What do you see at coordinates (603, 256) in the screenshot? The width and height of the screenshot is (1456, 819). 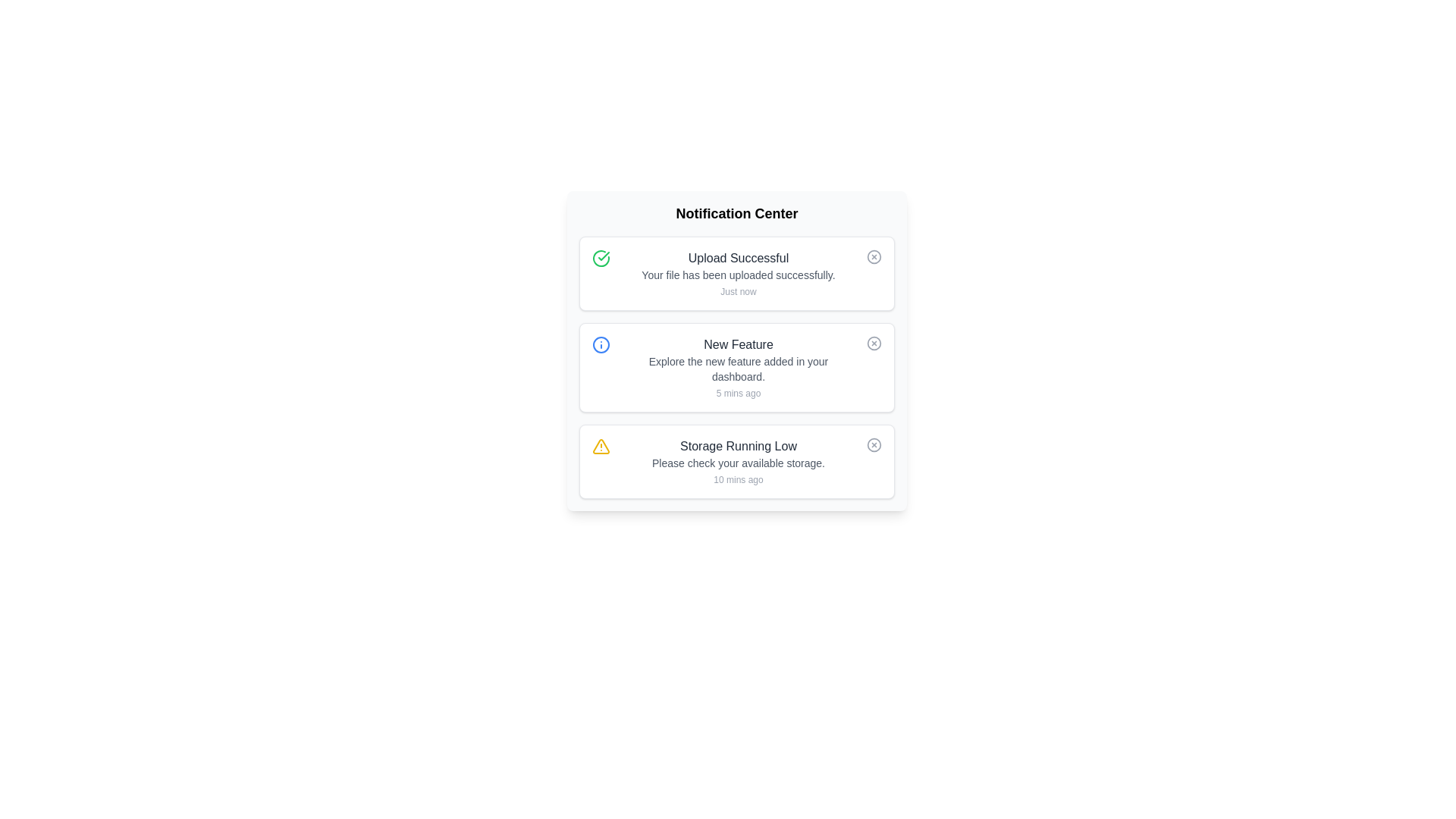 I see `the checkmark icon inside the circular graphic of the first notification titled 'Upload Successful' in the Notification Center panel` at bounding box center [603, 256].